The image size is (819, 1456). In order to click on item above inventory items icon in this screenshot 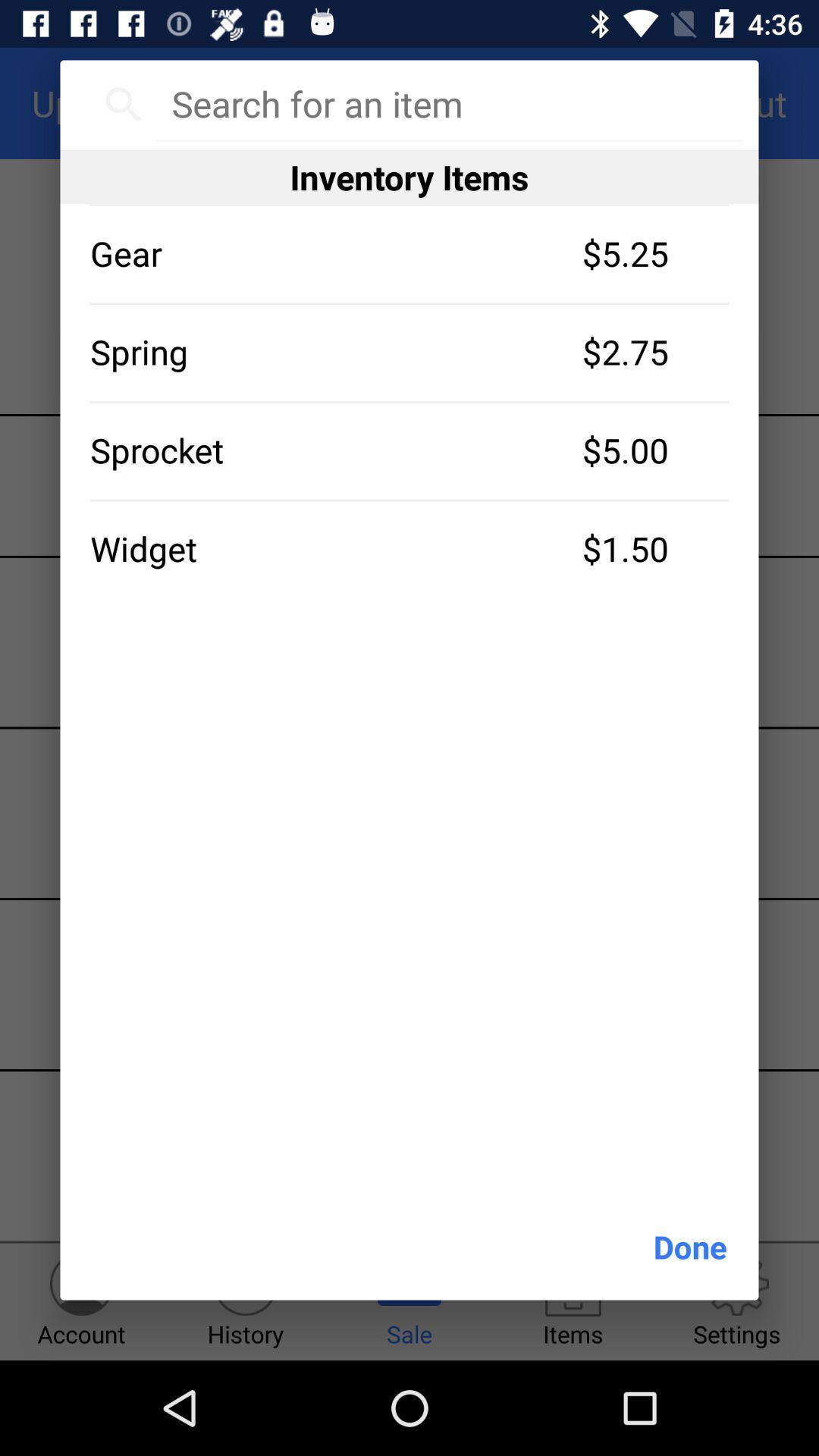, I will do `click(448, 103)`.